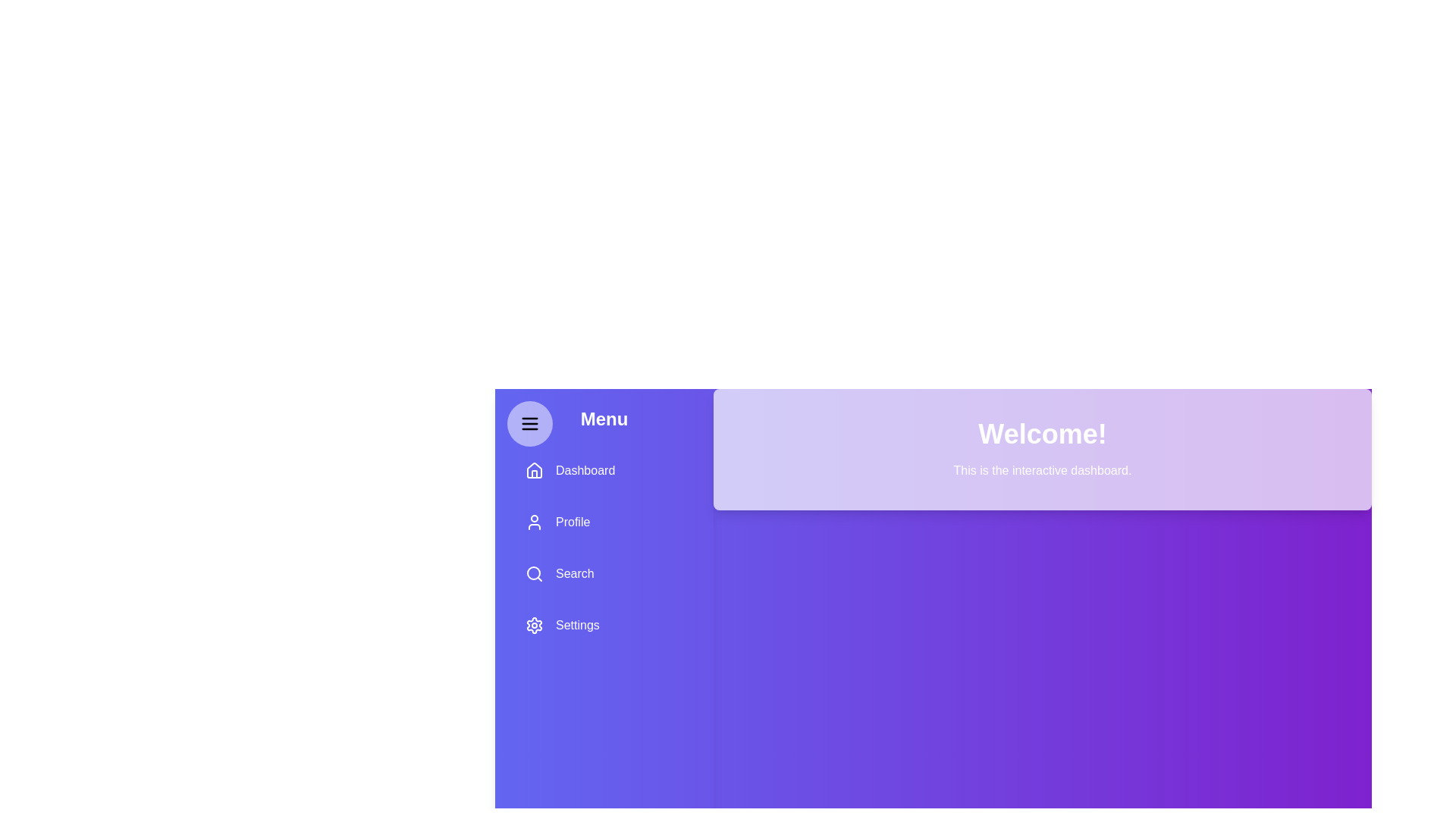 This screenshot has height=819, width=1456. What do you see at coordinates (530, 424) in the screenshot?
I see `the hamburger button to toggle the menu visibility` at bounding box center [530, 424].